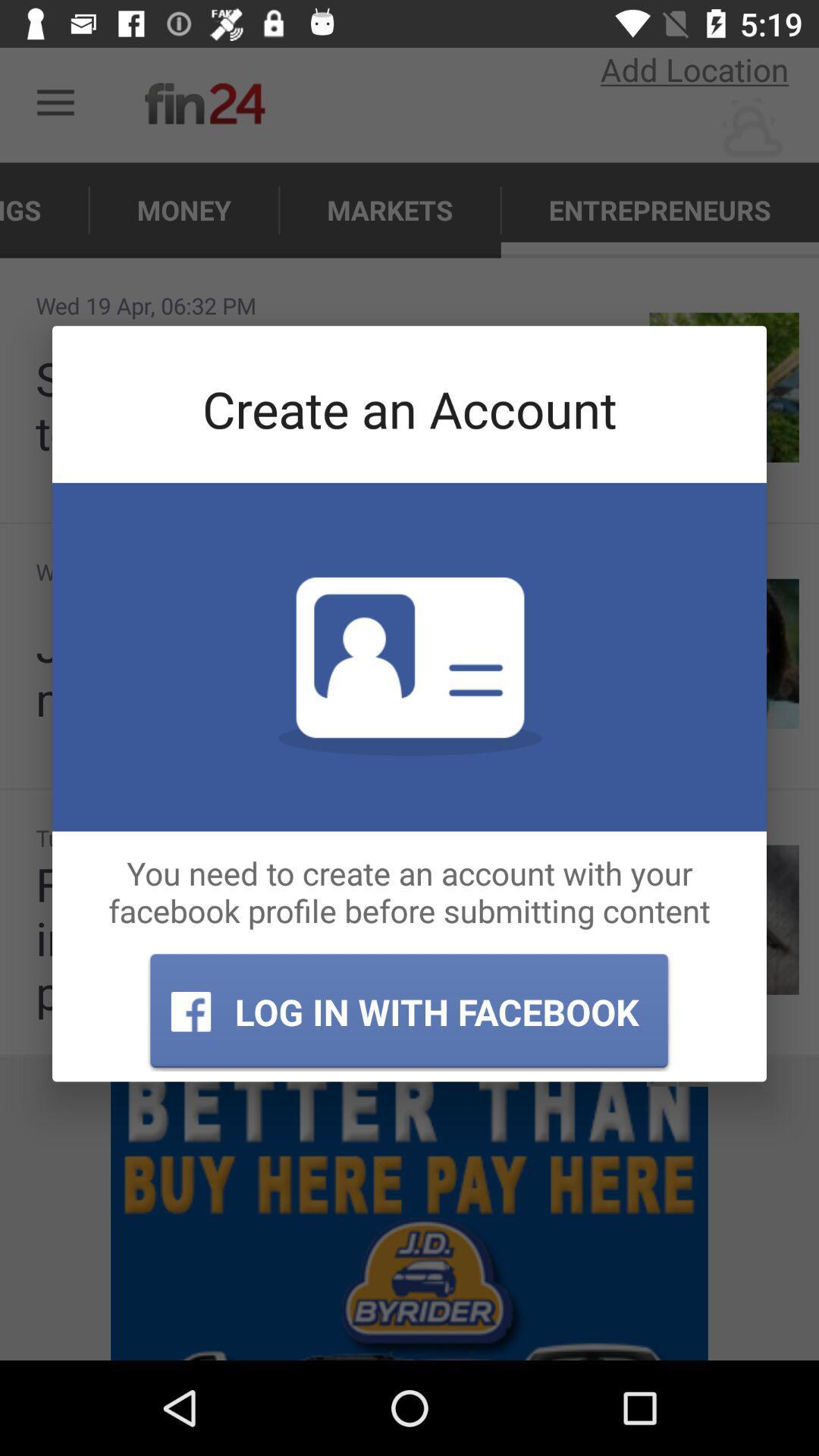 The width and height of the screenshot is (819, 1456). I want to click on log in with icon, so click(408, 1012).